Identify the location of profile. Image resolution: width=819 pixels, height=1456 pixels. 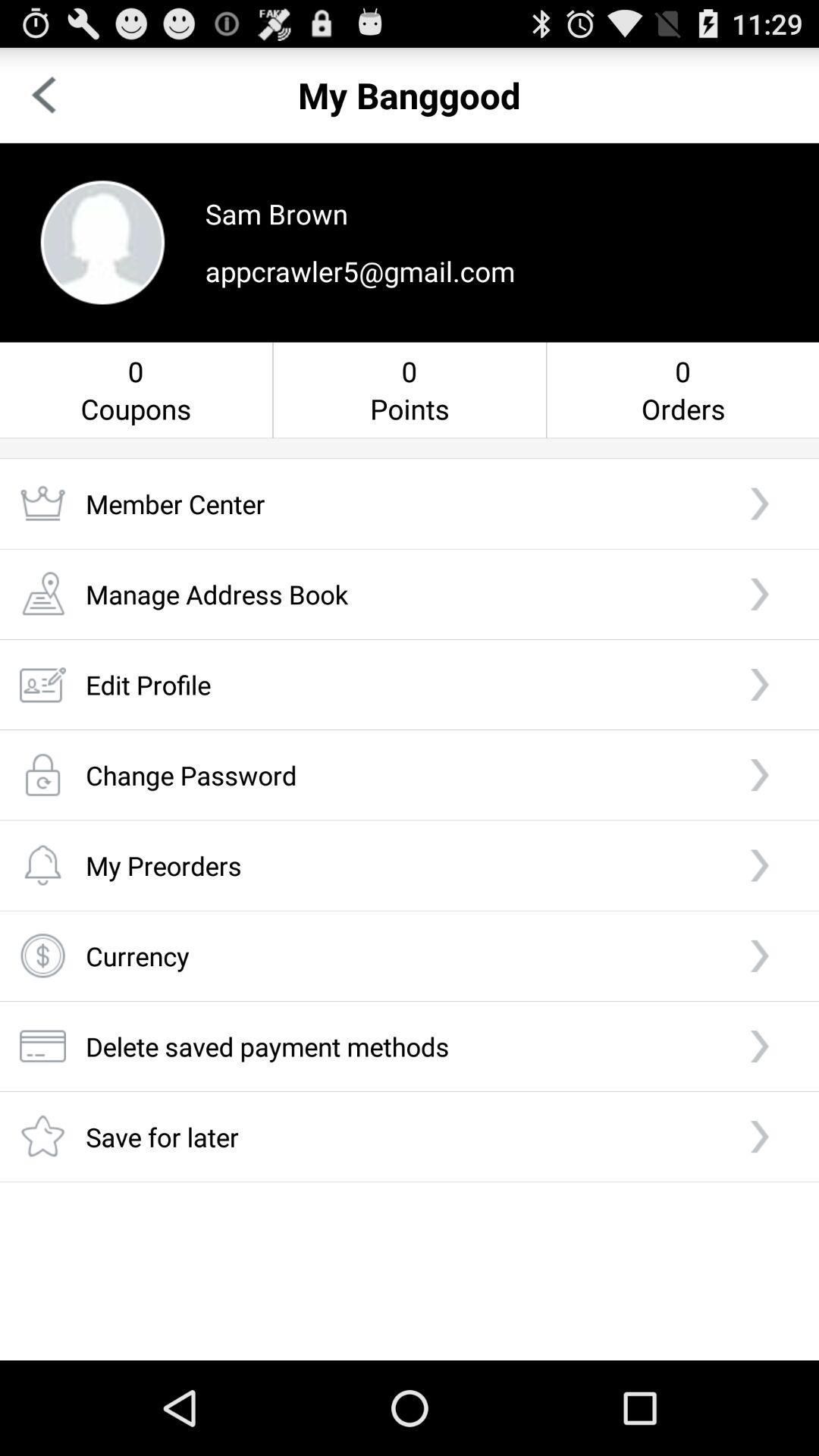
(102, 241).